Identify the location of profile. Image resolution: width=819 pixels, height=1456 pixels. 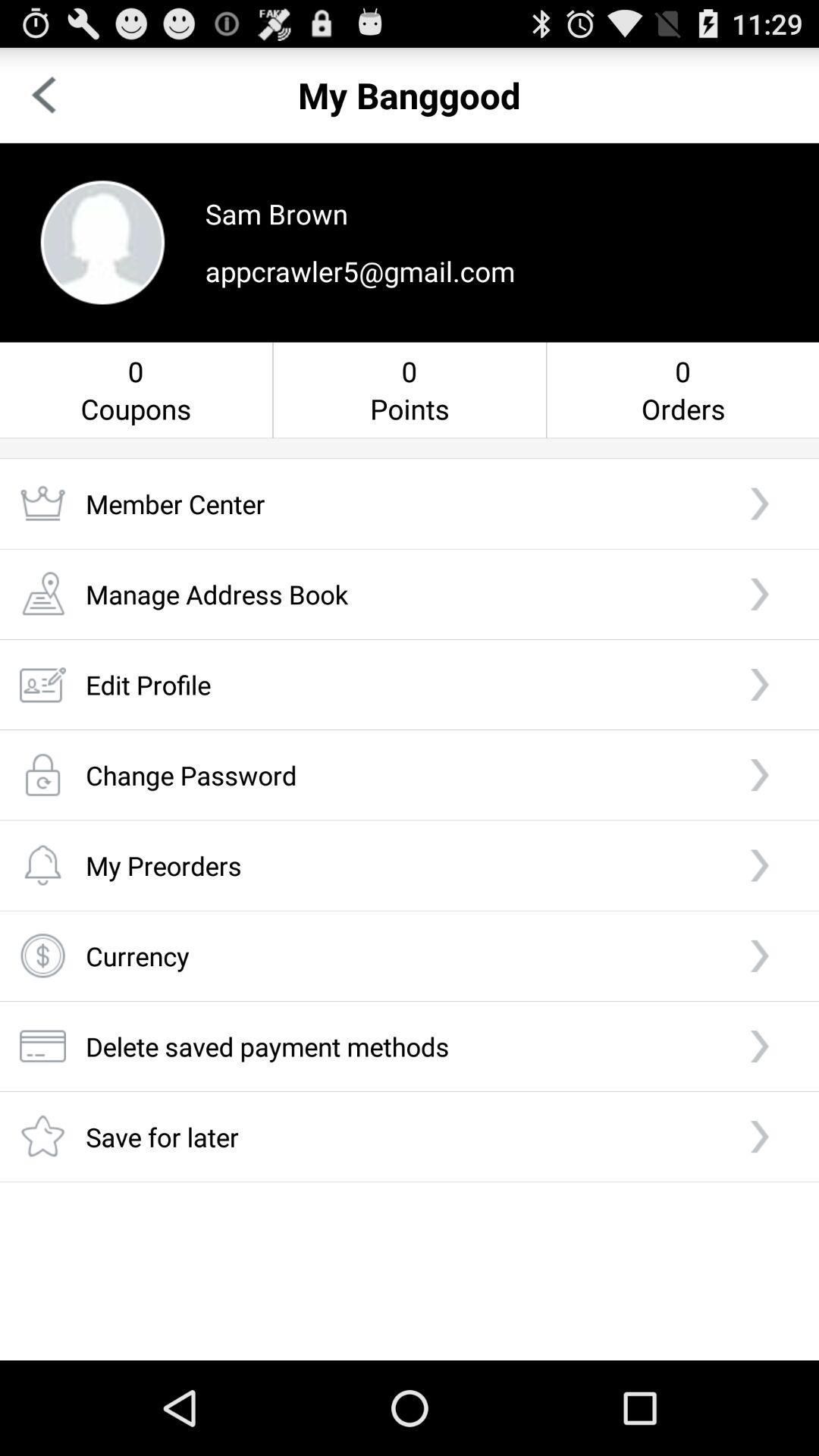
(102, 241).